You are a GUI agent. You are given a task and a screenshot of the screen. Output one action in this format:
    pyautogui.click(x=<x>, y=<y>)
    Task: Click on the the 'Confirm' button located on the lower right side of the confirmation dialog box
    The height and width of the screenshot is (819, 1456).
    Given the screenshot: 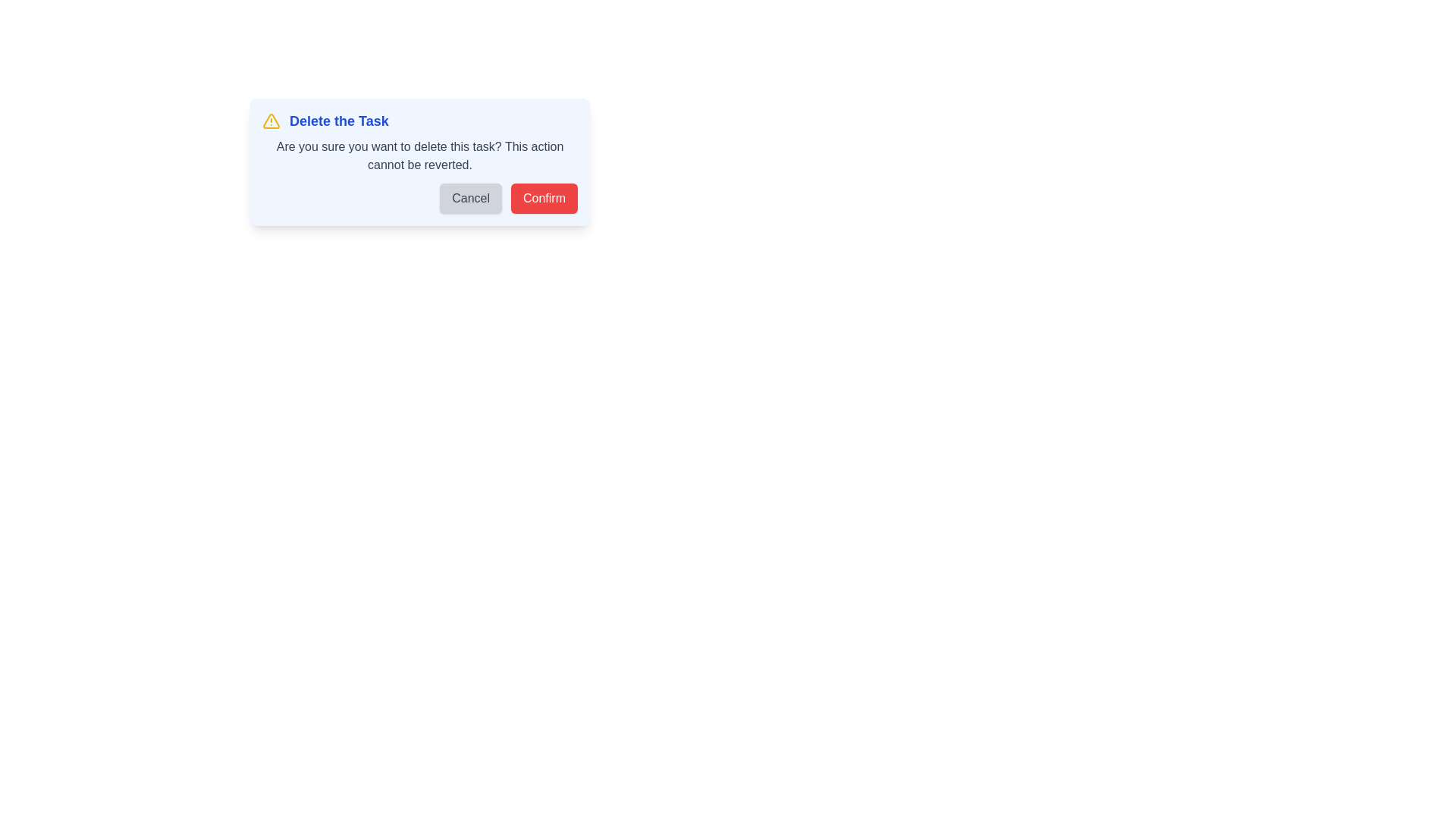 What is the action you would take?
    pyautogui.click(x=544, y=198)
    